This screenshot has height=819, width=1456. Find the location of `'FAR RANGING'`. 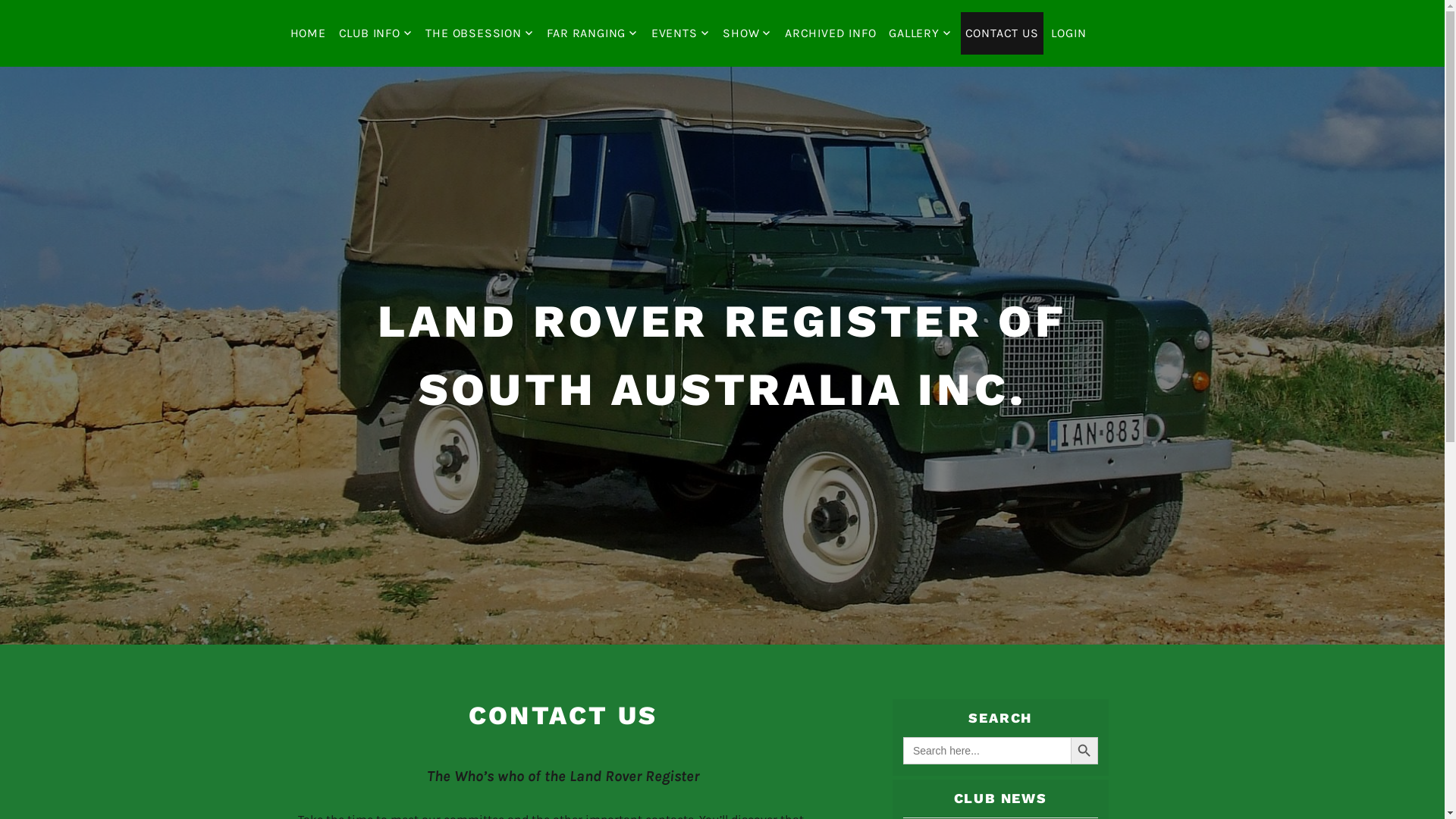

'FAR RANGING' is located at coordinates (591, 33).